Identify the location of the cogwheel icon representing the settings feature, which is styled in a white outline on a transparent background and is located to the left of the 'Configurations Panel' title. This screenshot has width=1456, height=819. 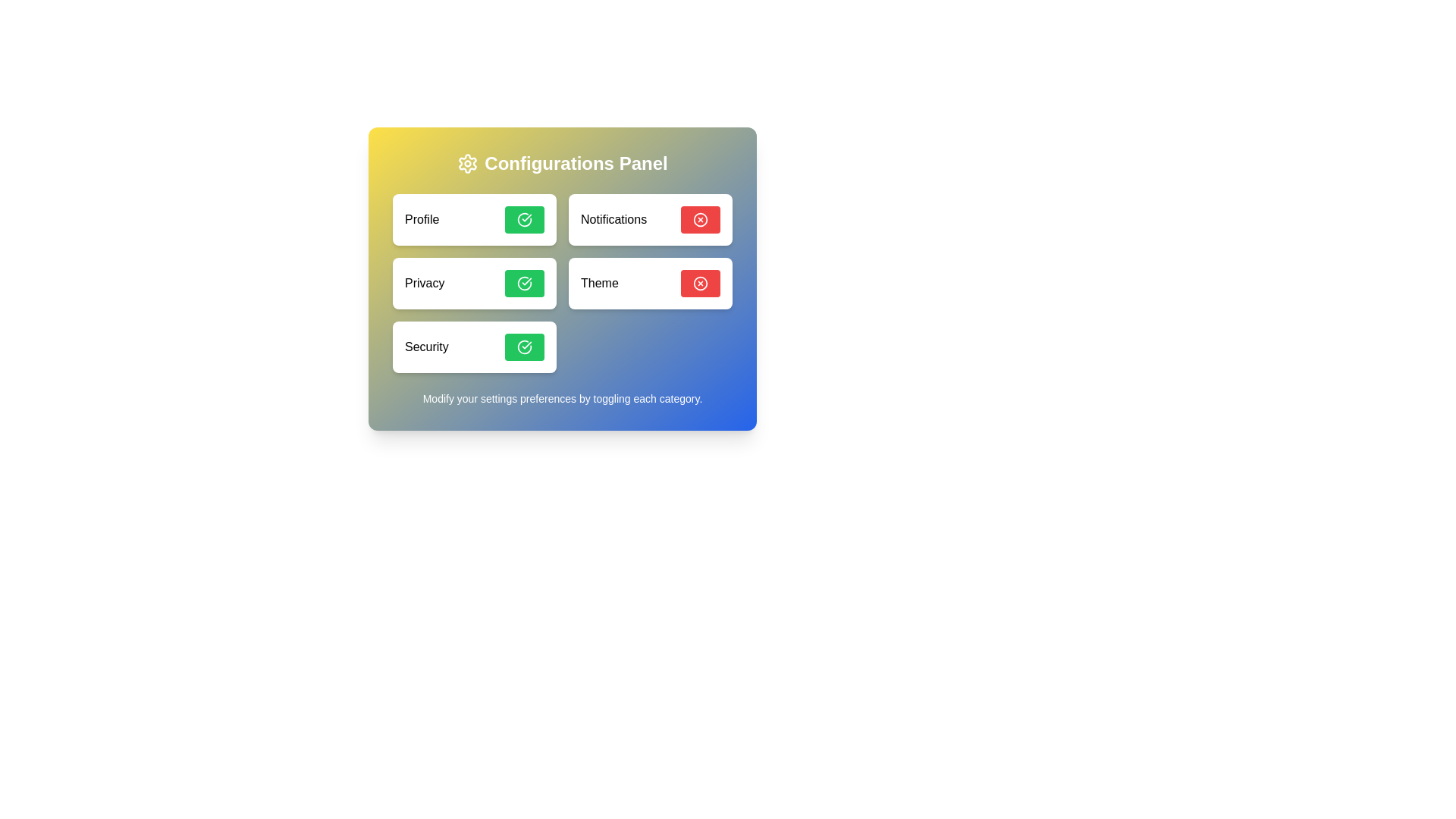
(467, 164).